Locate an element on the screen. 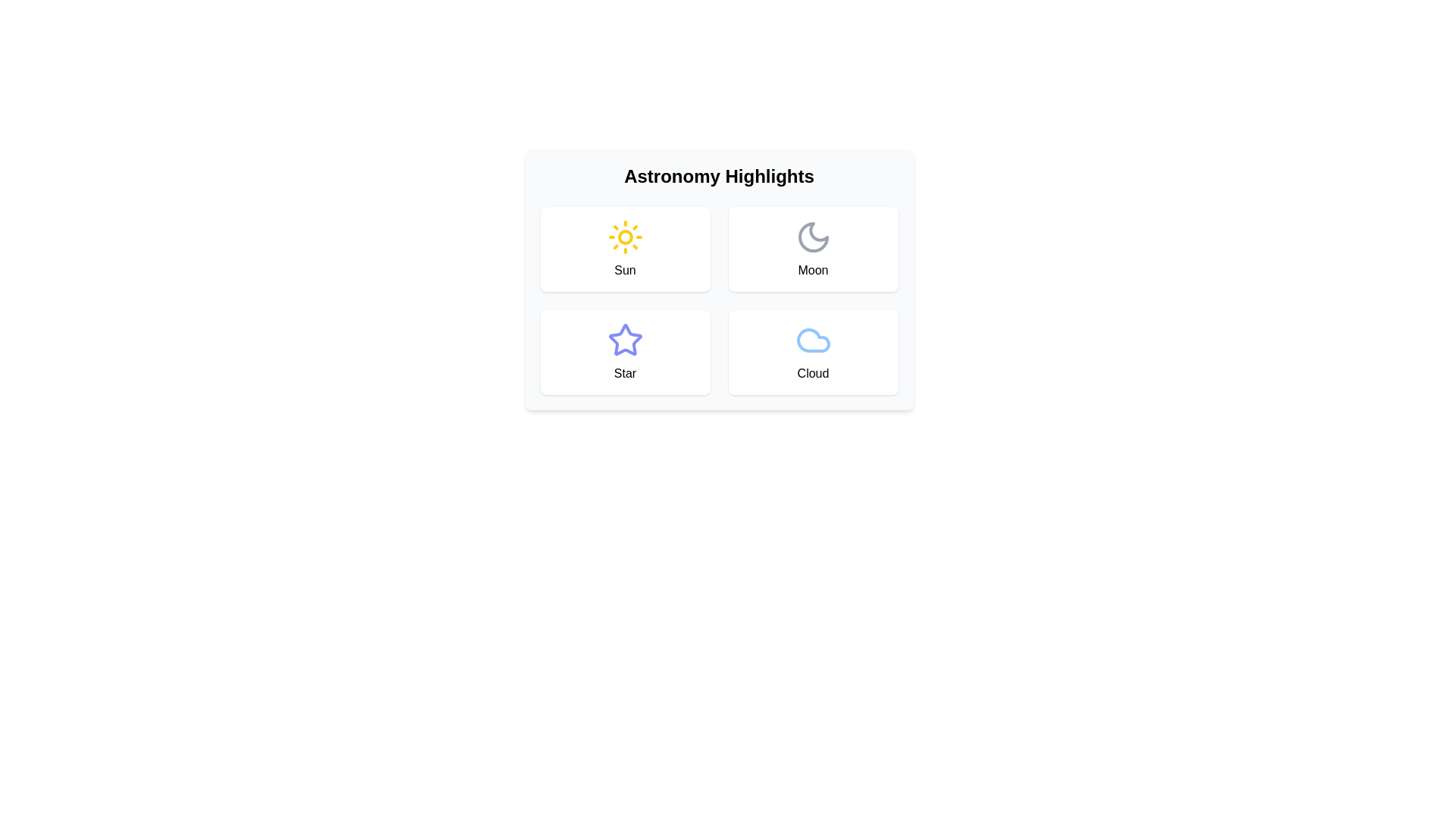 This screenshot has height=819, width=1456. the Card element that represents a sun symbol, located in the top-left quadrant of the grid layout is located at coordinates (625, 248).